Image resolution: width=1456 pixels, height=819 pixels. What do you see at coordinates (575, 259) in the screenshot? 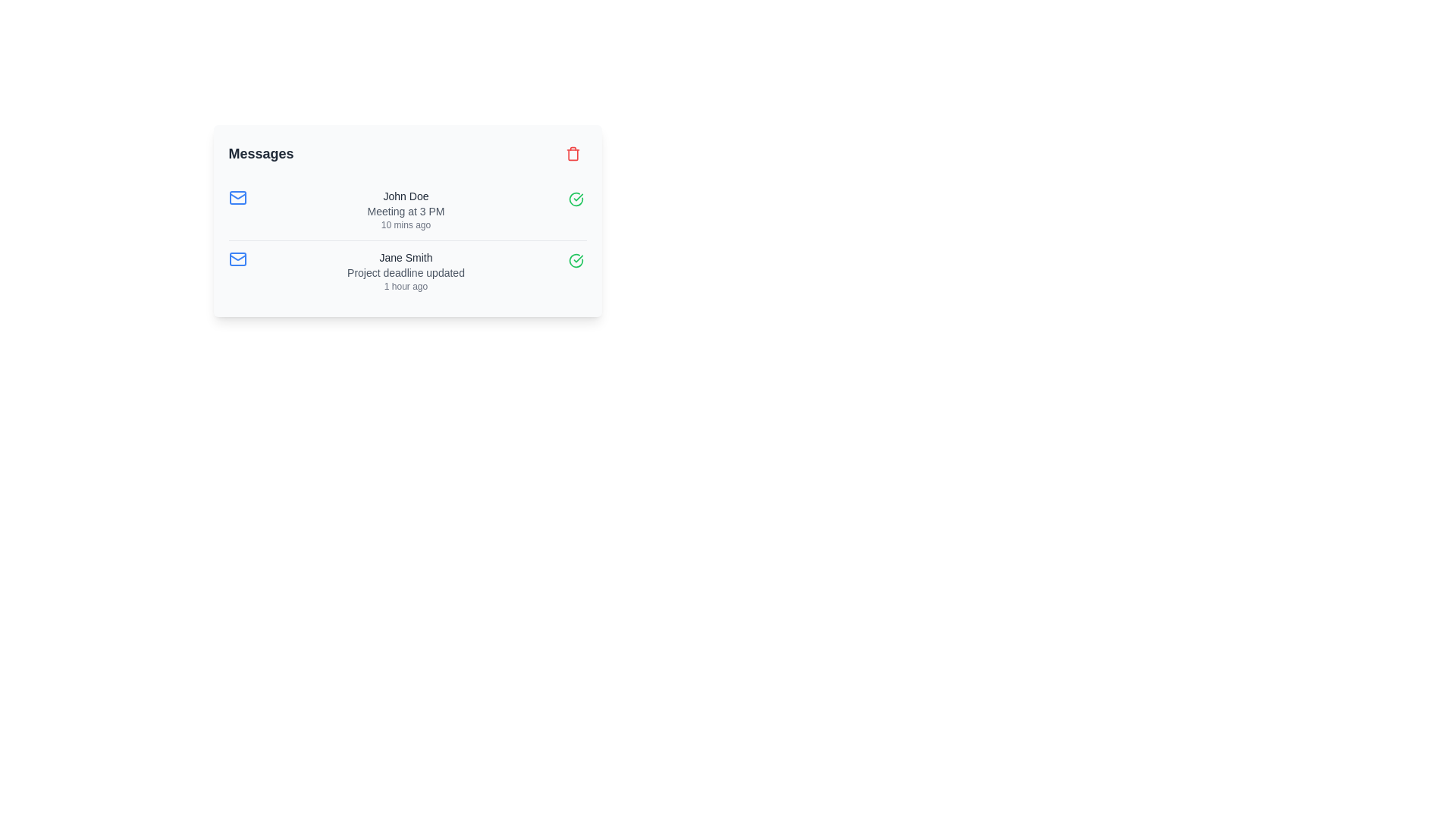
I see `the approval icon` at bounding box center [575, 259].